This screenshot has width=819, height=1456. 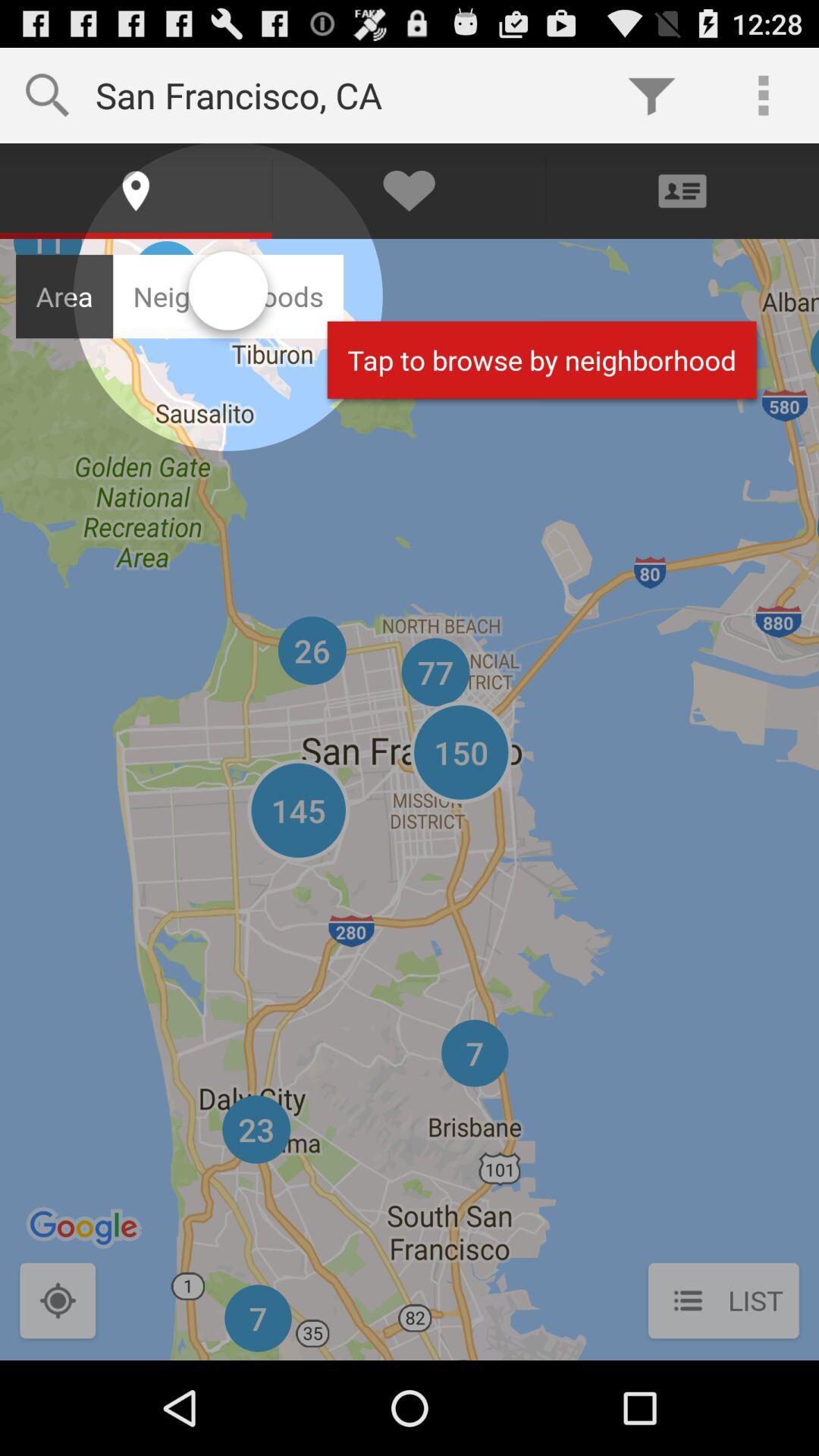 I want to click on detecte my current location, so click(x=57, y=1301).